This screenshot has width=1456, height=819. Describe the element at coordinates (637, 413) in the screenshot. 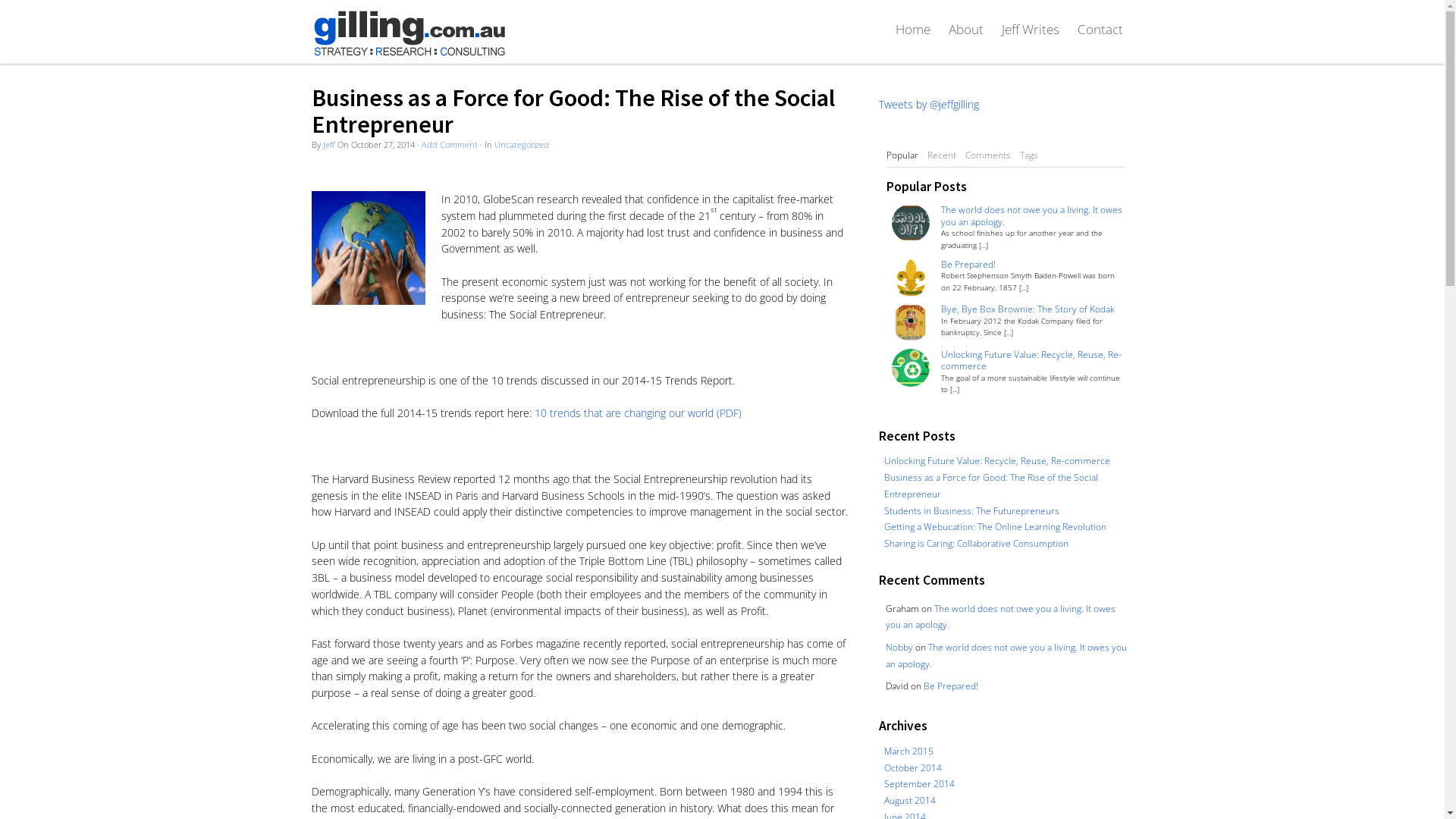

I see `'10 trends that are changing our world (PDF)'` at that location.